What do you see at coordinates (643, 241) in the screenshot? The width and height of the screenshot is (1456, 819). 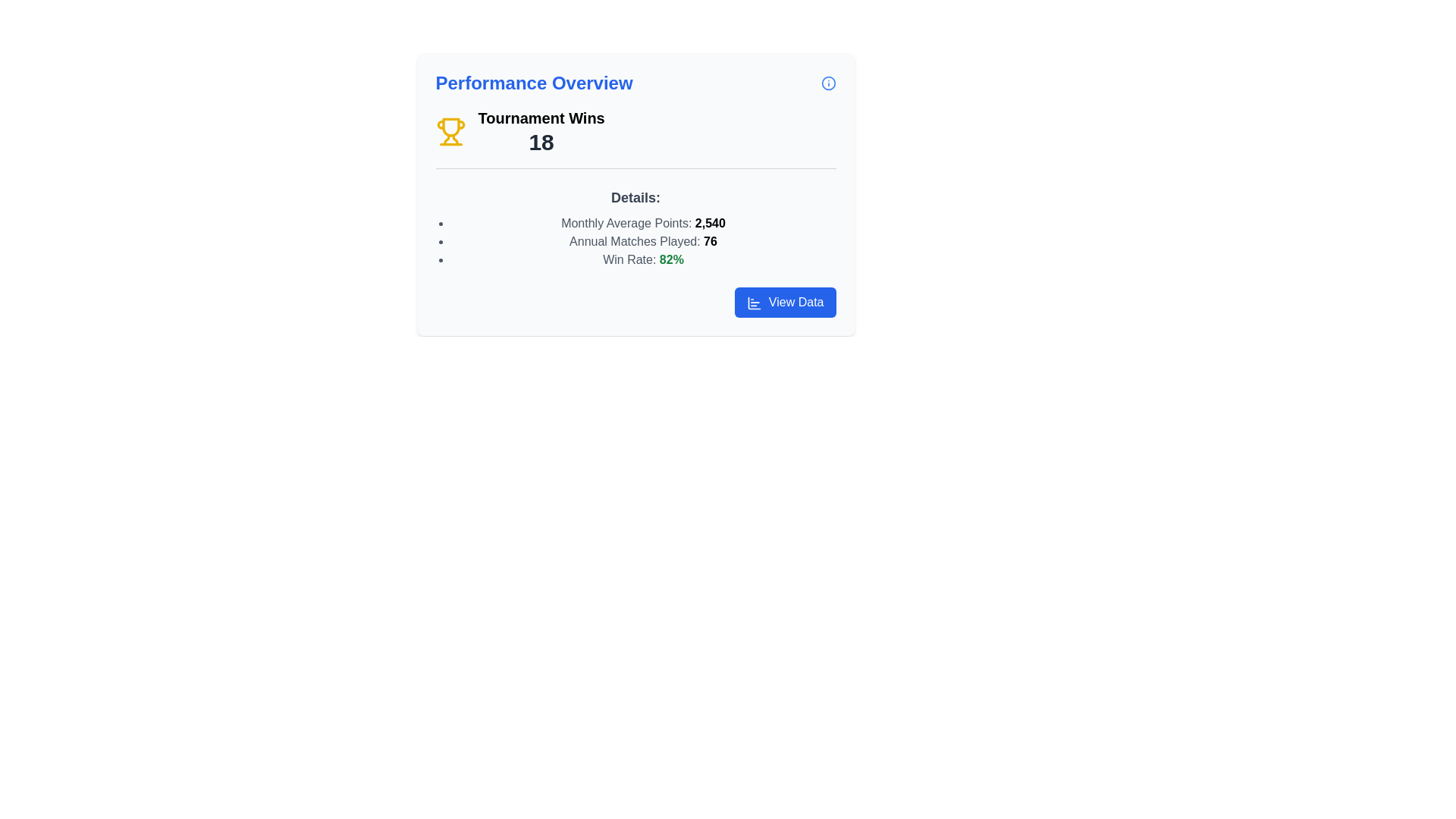 I see `the text label displaying 'Annual Matches Played: 76', which is the second item in a bulleted list under the 'Details:' label in a summary card layout` at bounding box center [643, 241].